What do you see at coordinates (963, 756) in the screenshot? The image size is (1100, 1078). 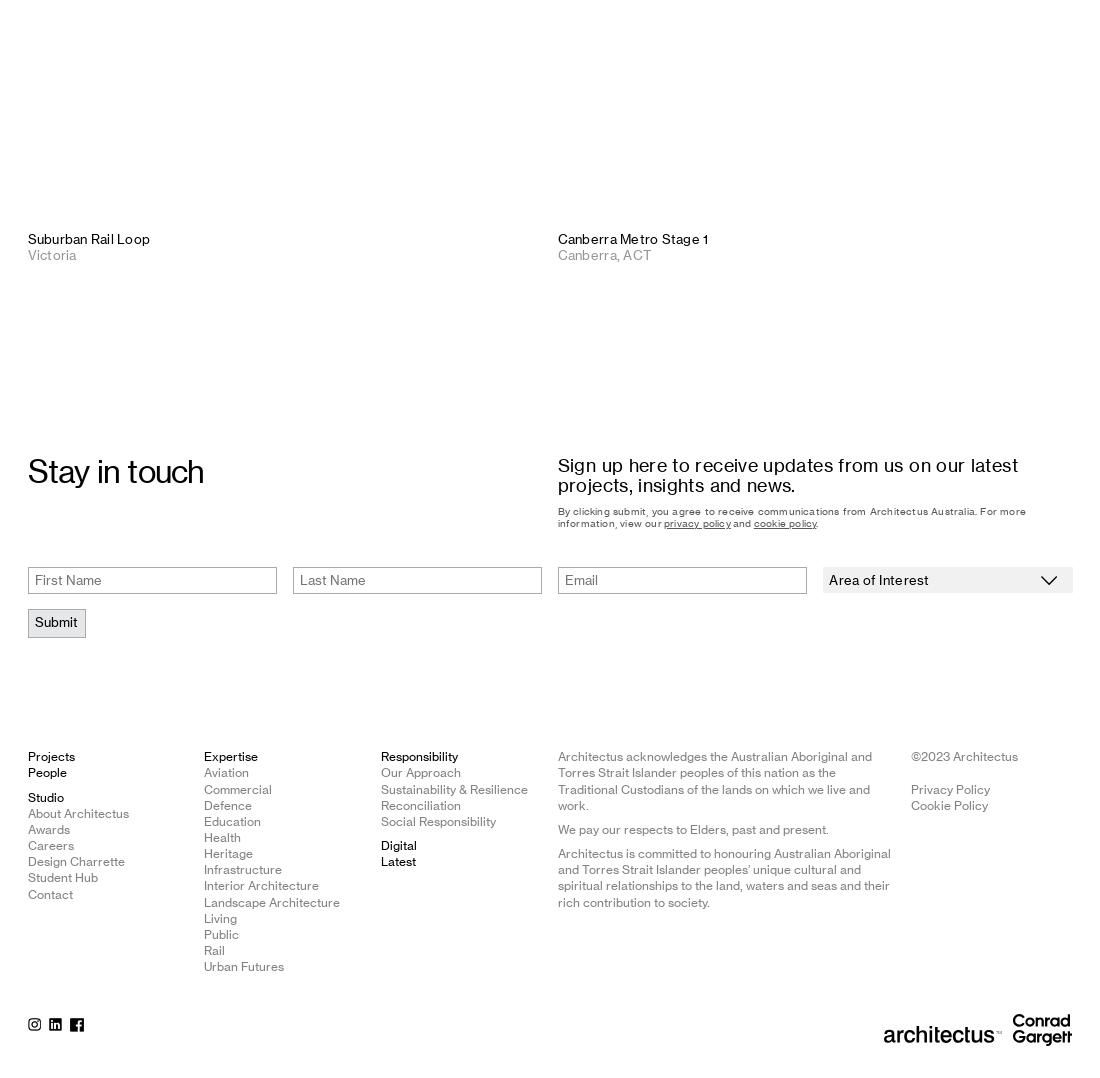 I see `'©2023 Architectus'` at bounding box center [963, 756].